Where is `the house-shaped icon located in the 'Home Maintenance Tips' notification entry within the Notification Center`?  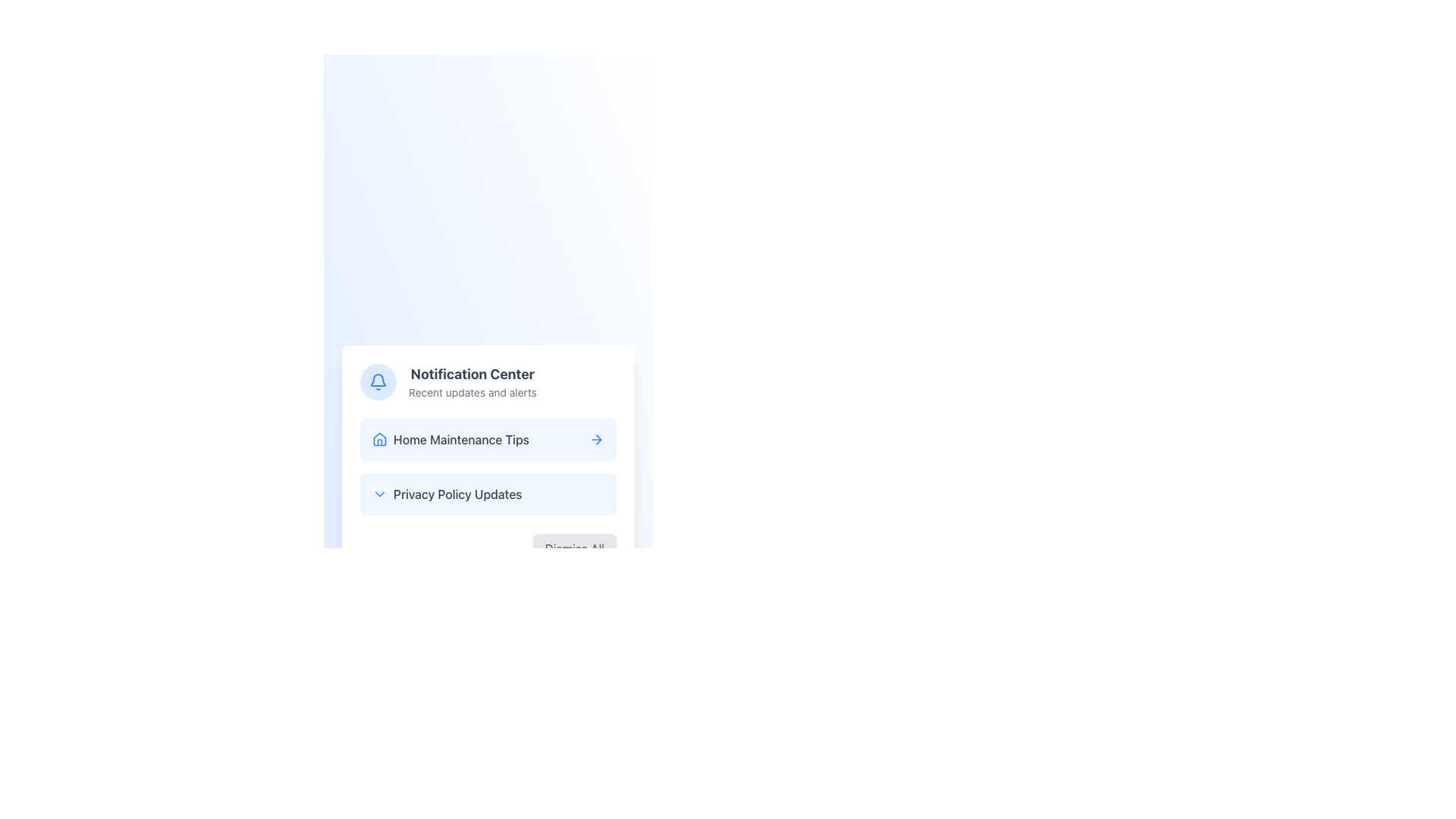
the house-shaped icon located in the 'Home Maintenance Tips' notification entry within the Notification Center is located at coordinates (379, 438).